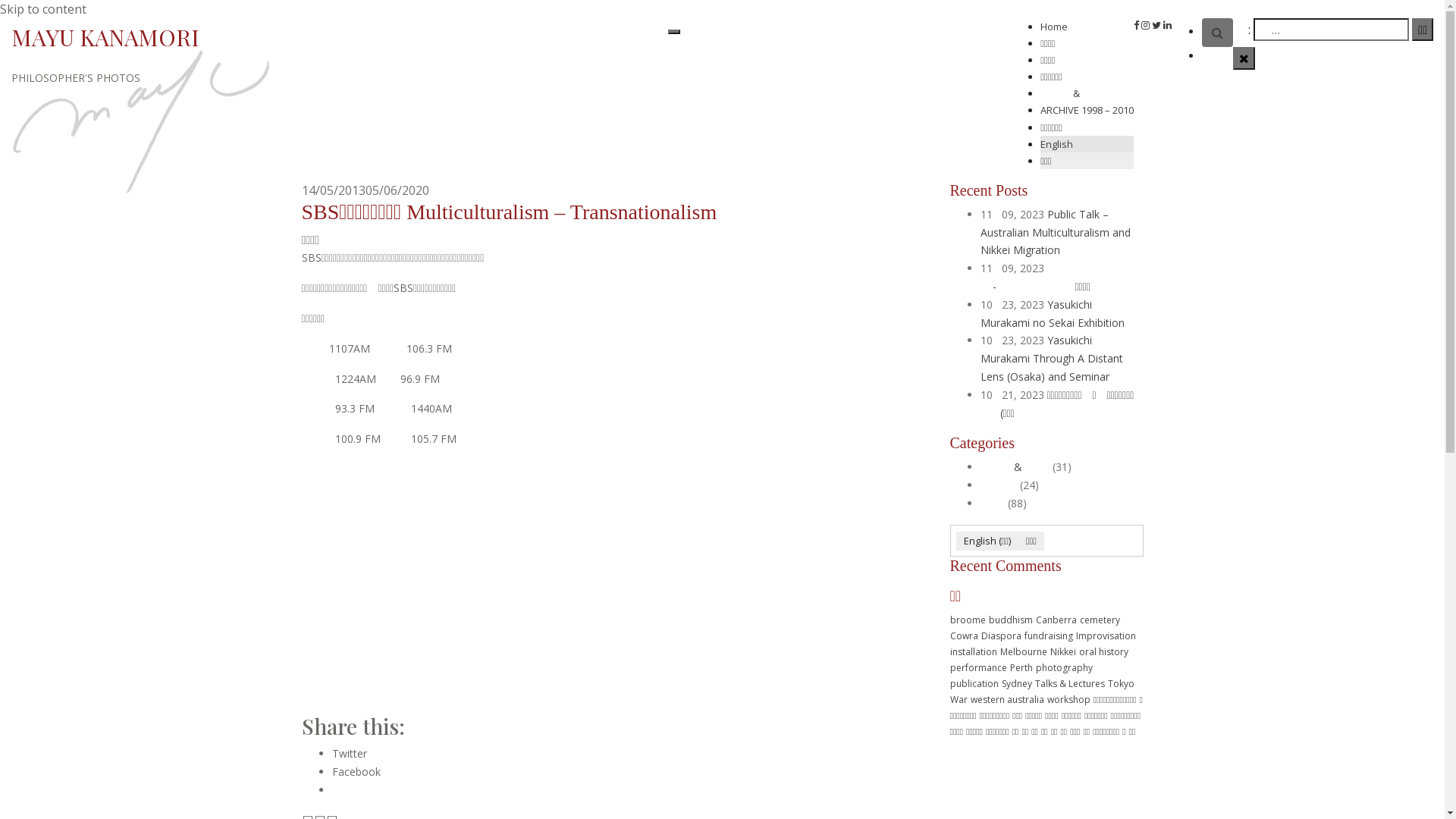 The height and width of the screenshot is (819, 1456). I want to click on 'Twitter', so click(348, 753).